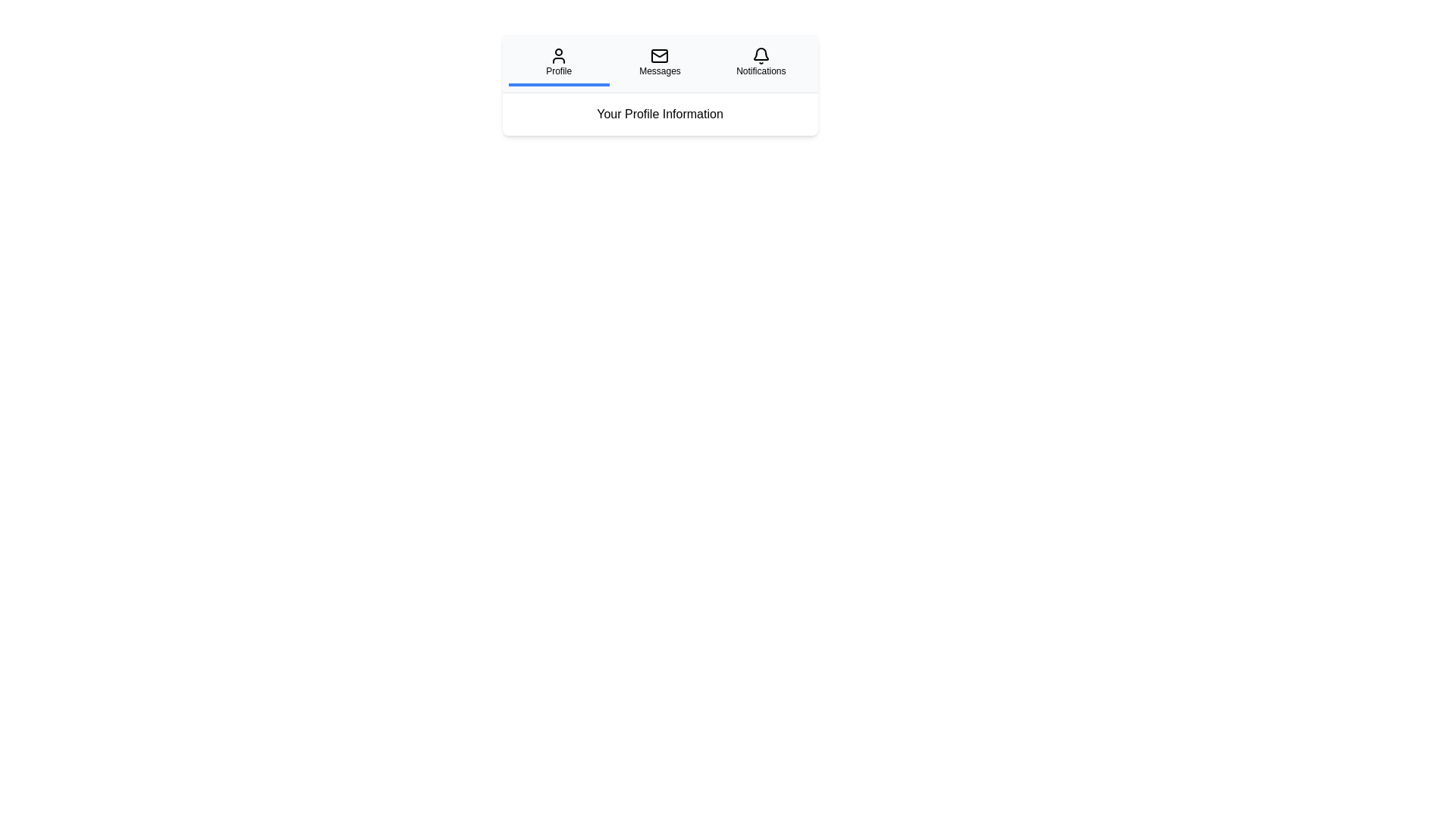 The image size is (1456, 819). What do you see at coordinates (660, 55) in the screenshot?
I see `the main rectangular body of the envelope icon located in the 'Messages' tab, which is positioned between the 'Profile' and 'Notifications' tabs` at bounding box center [660, 55].